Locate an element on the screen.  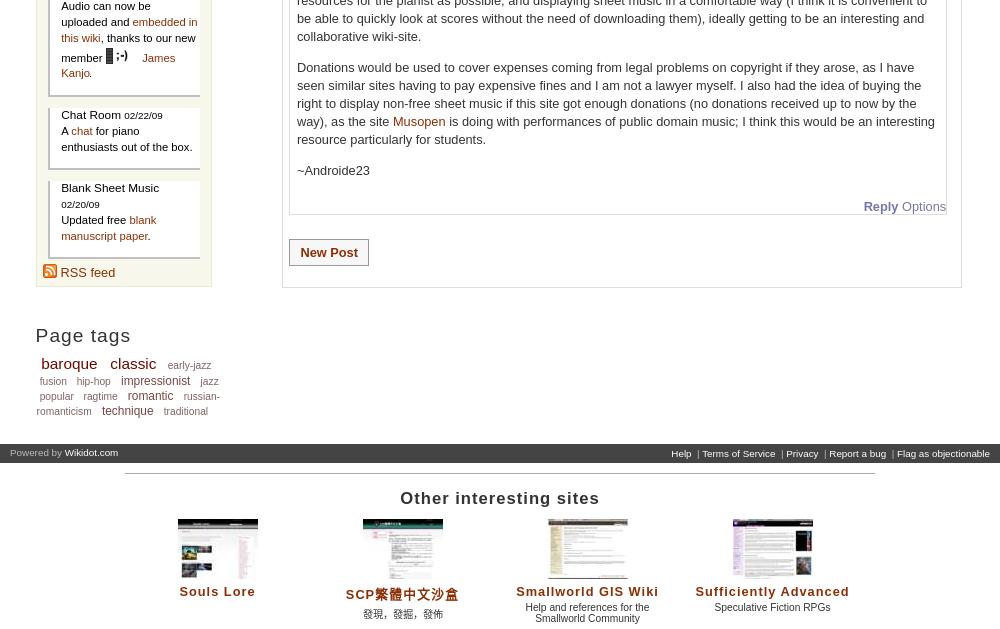
'Updated free' is located at coordinates (61, 219).